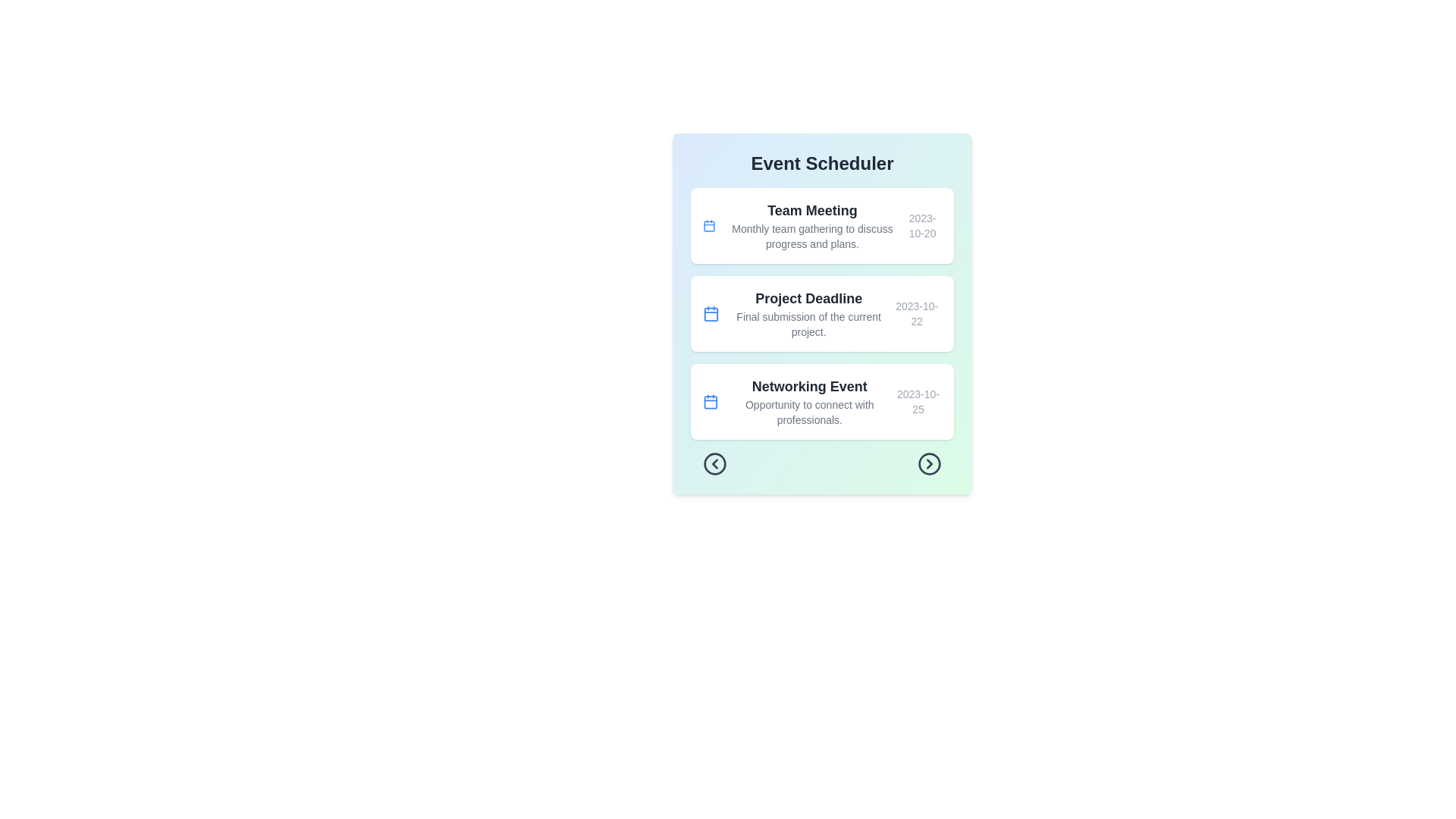  Describe the element at coordinates (821, 400) in the screenshot. I see `the event card for Networking Event to view the hover effect` at that location.